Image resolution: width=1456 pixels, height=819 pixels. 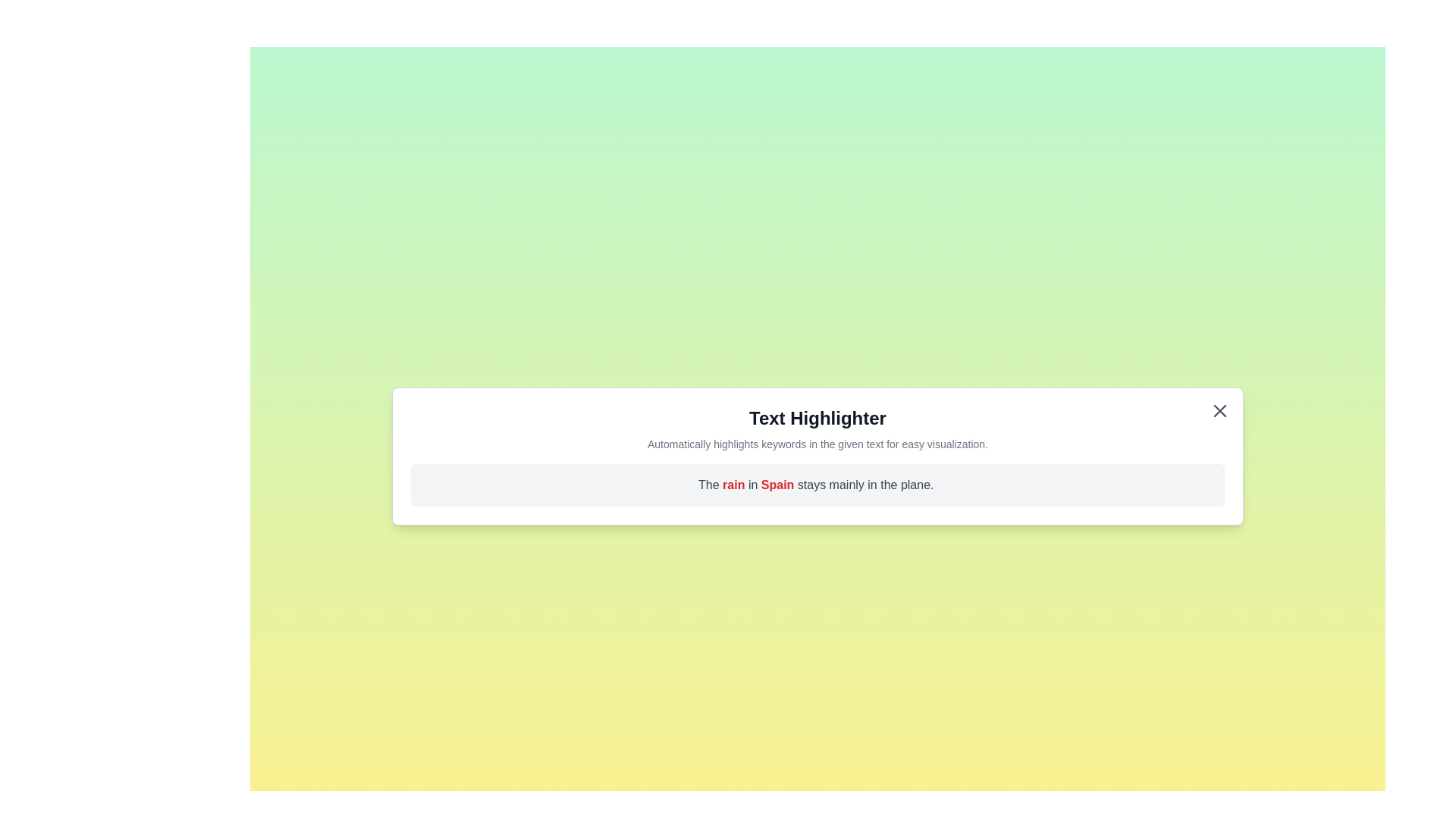 What do you see at coordinates (847, 485) in the screenshot?
I see `the word mainly in the text` at bounding box center [847, 485].